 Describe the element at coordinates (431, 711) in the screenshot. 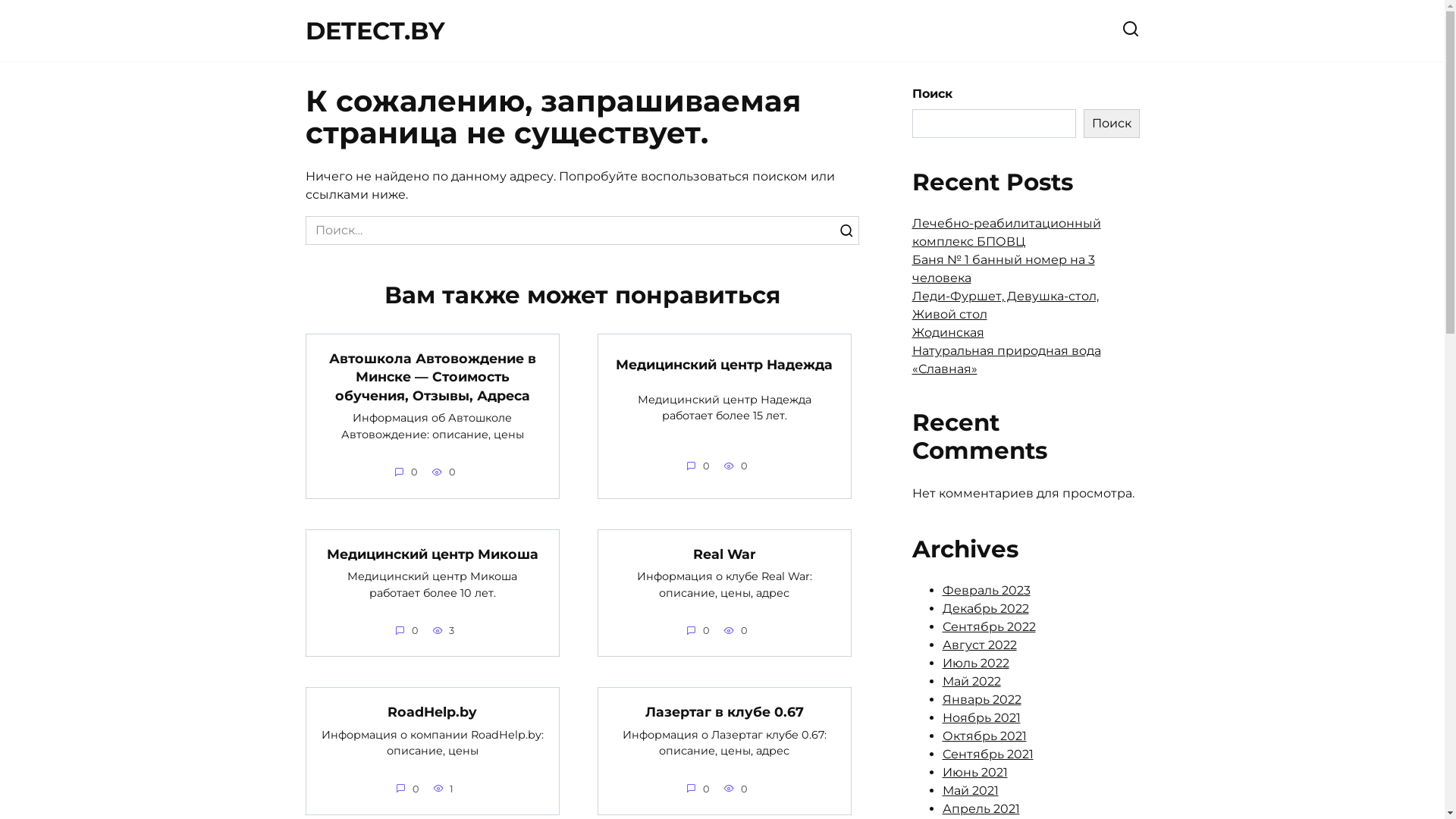

I see `'RoadHelp.by'` at that location.